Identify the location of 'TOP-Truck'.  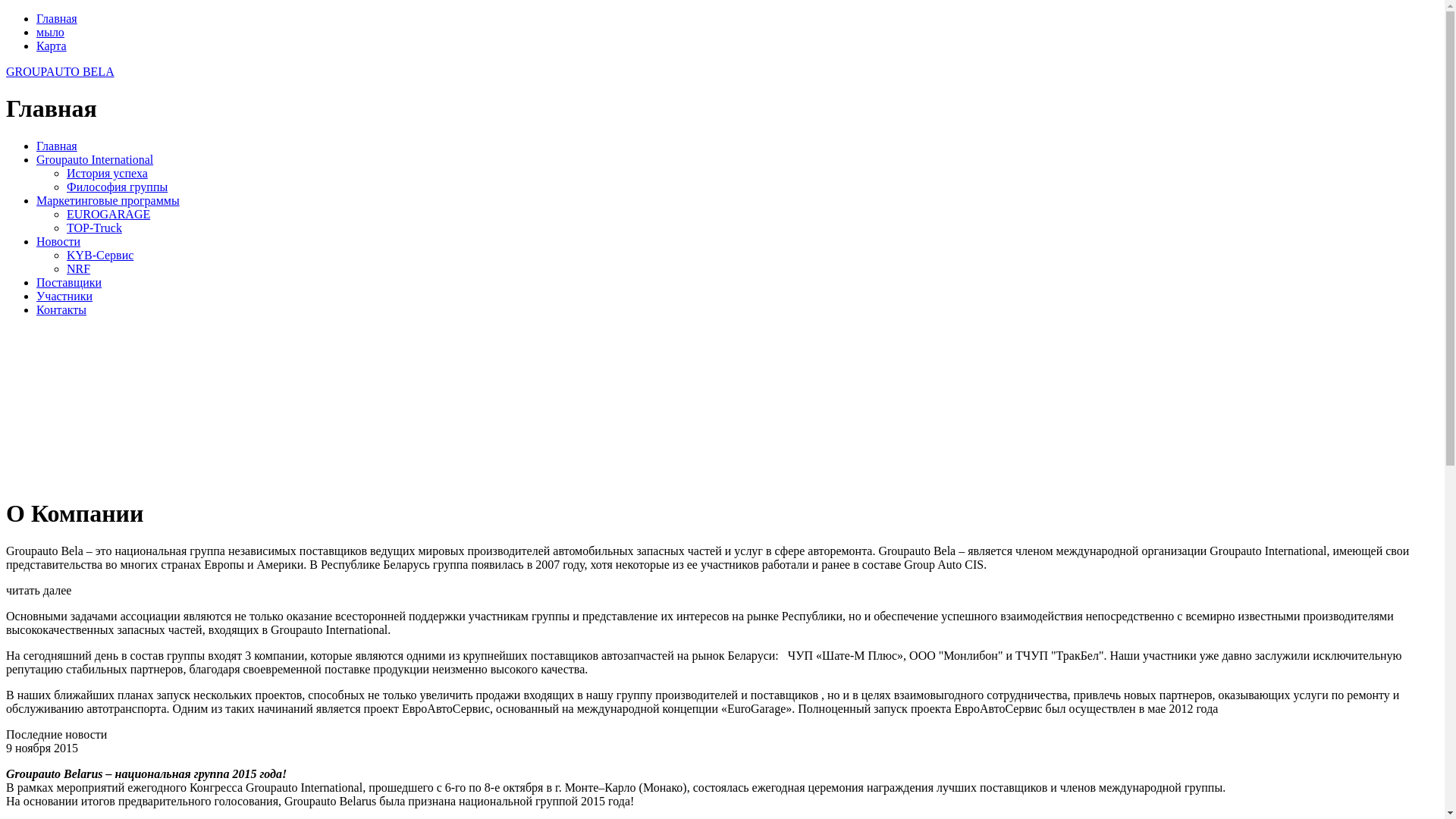
(93, 227).